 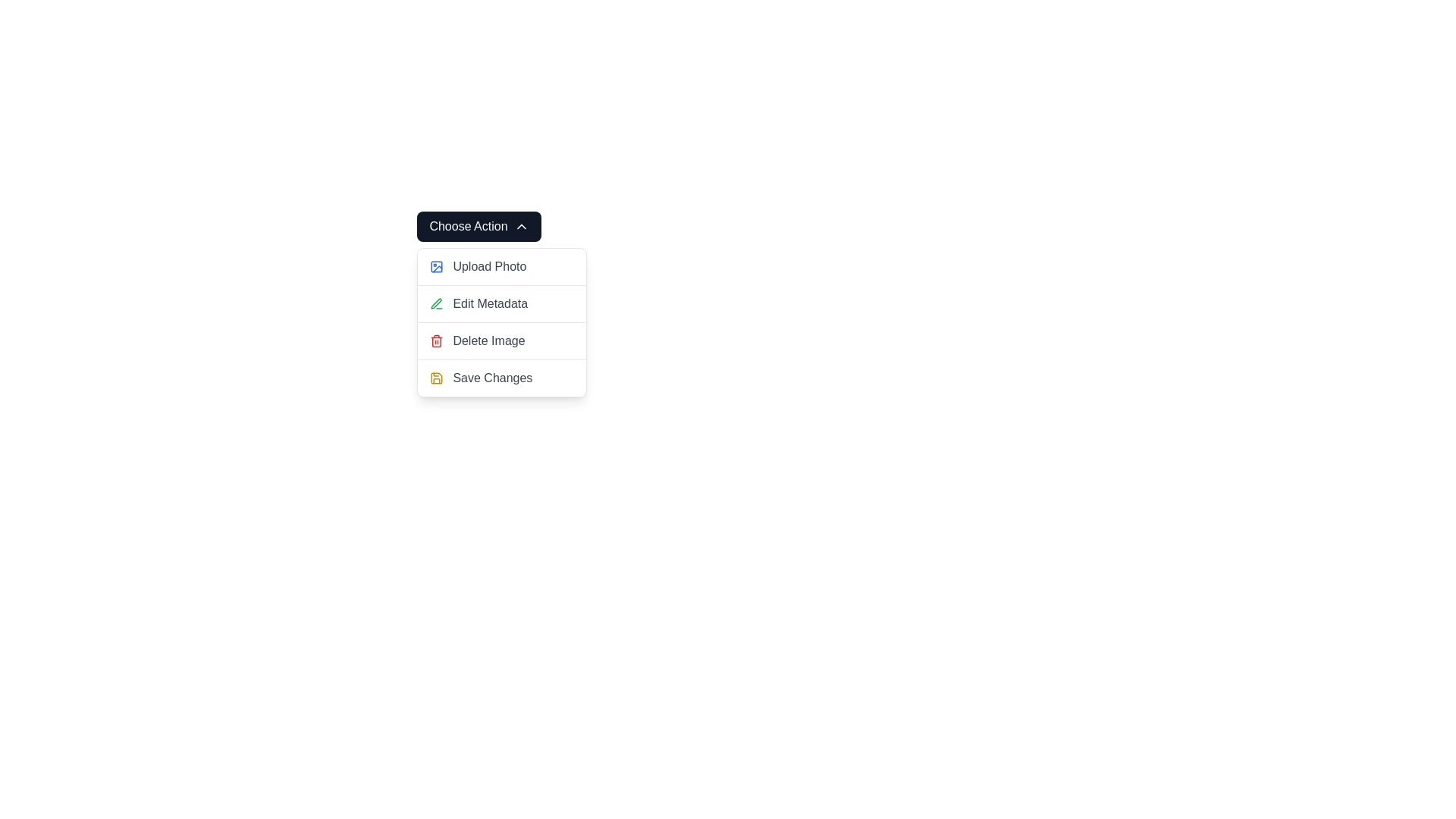 I want to click on the 'Save Changes' icon located in the dropdown menu under 'Choose Action', so click(x=436, y=377).